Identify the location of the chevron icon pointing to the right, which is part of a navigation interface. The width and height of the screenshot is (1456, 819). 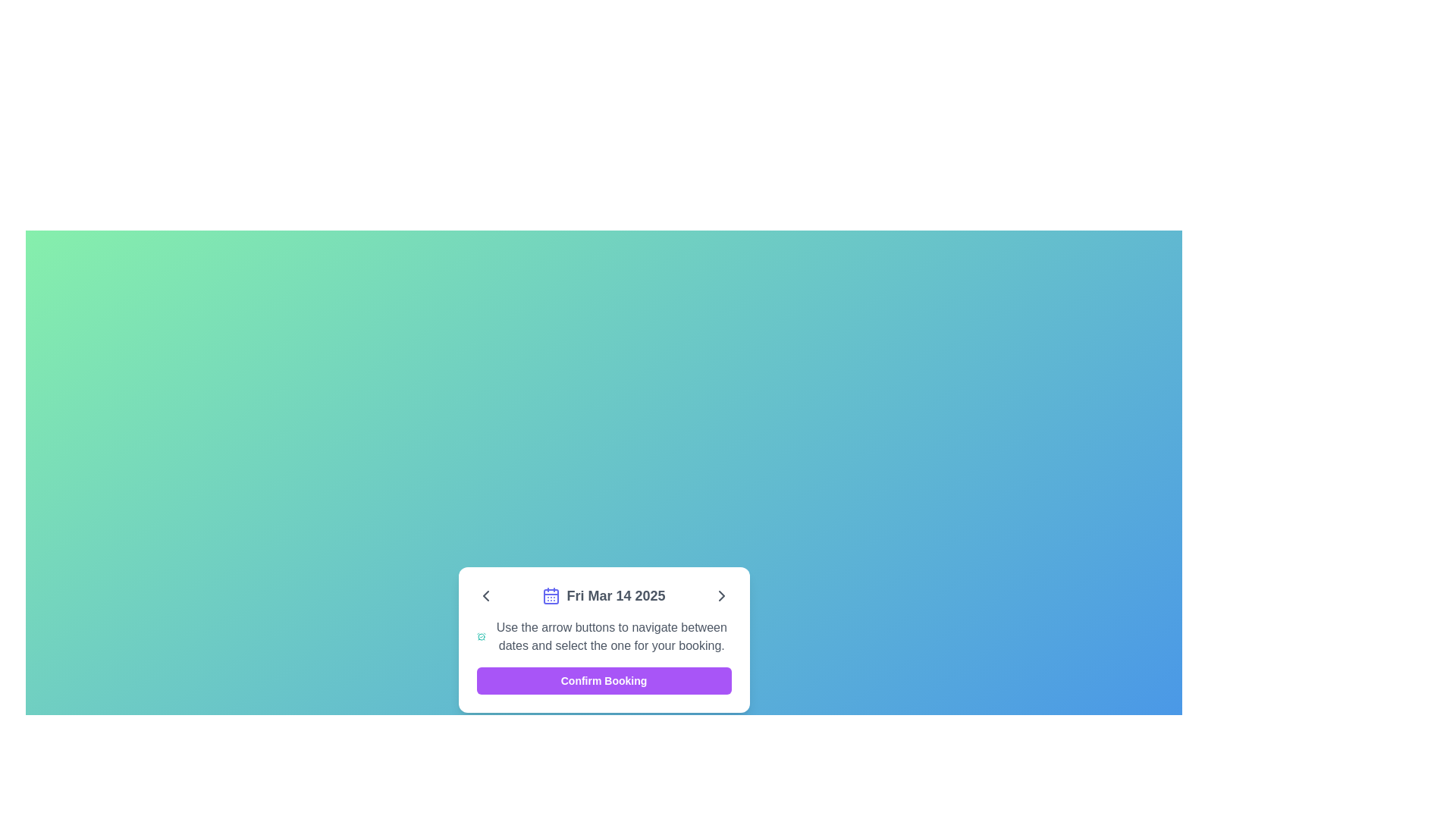
(721, 595).